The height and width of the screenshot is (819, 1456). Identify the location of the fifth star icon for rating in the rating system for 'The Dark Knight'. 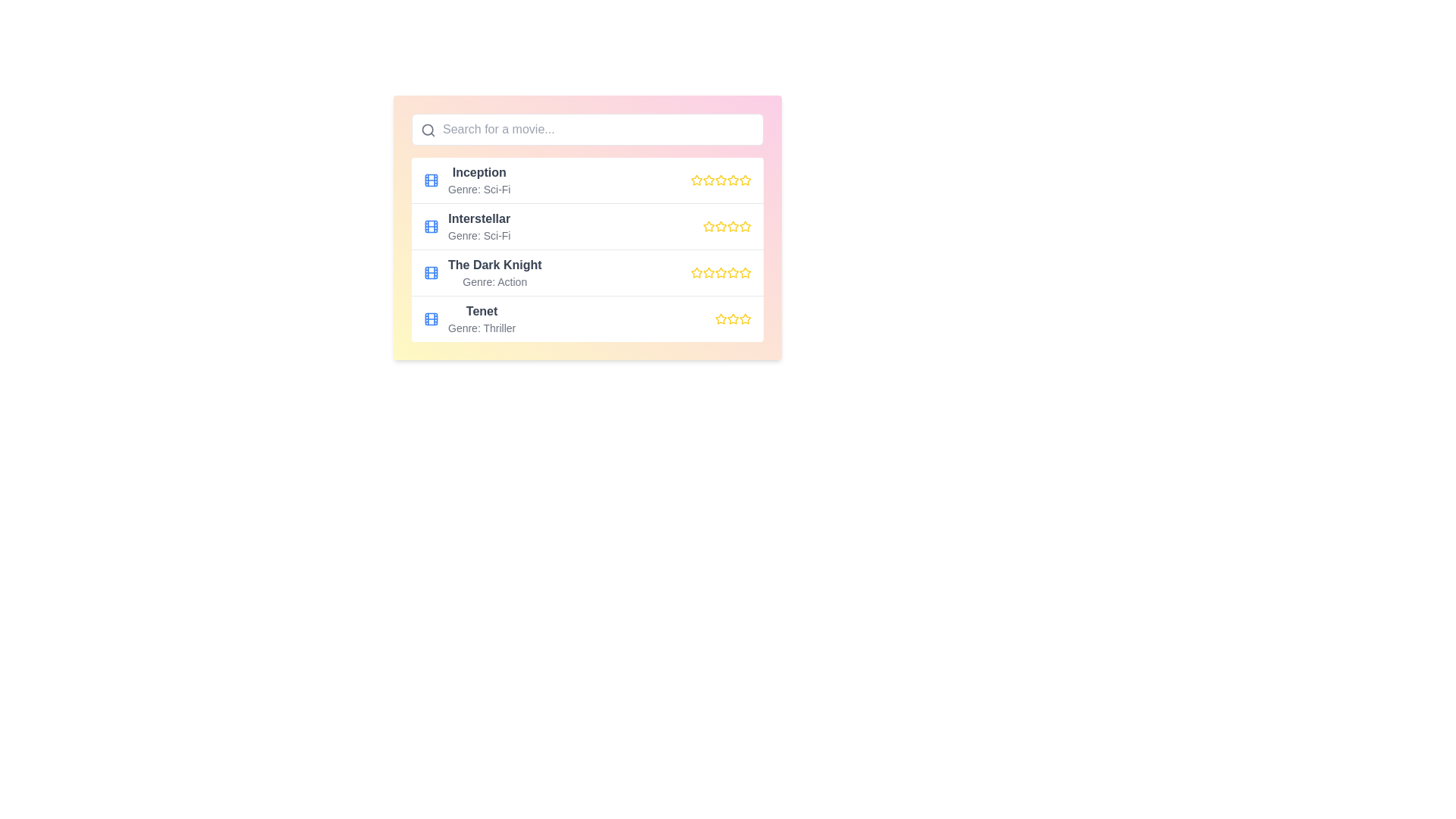
(745, 271).